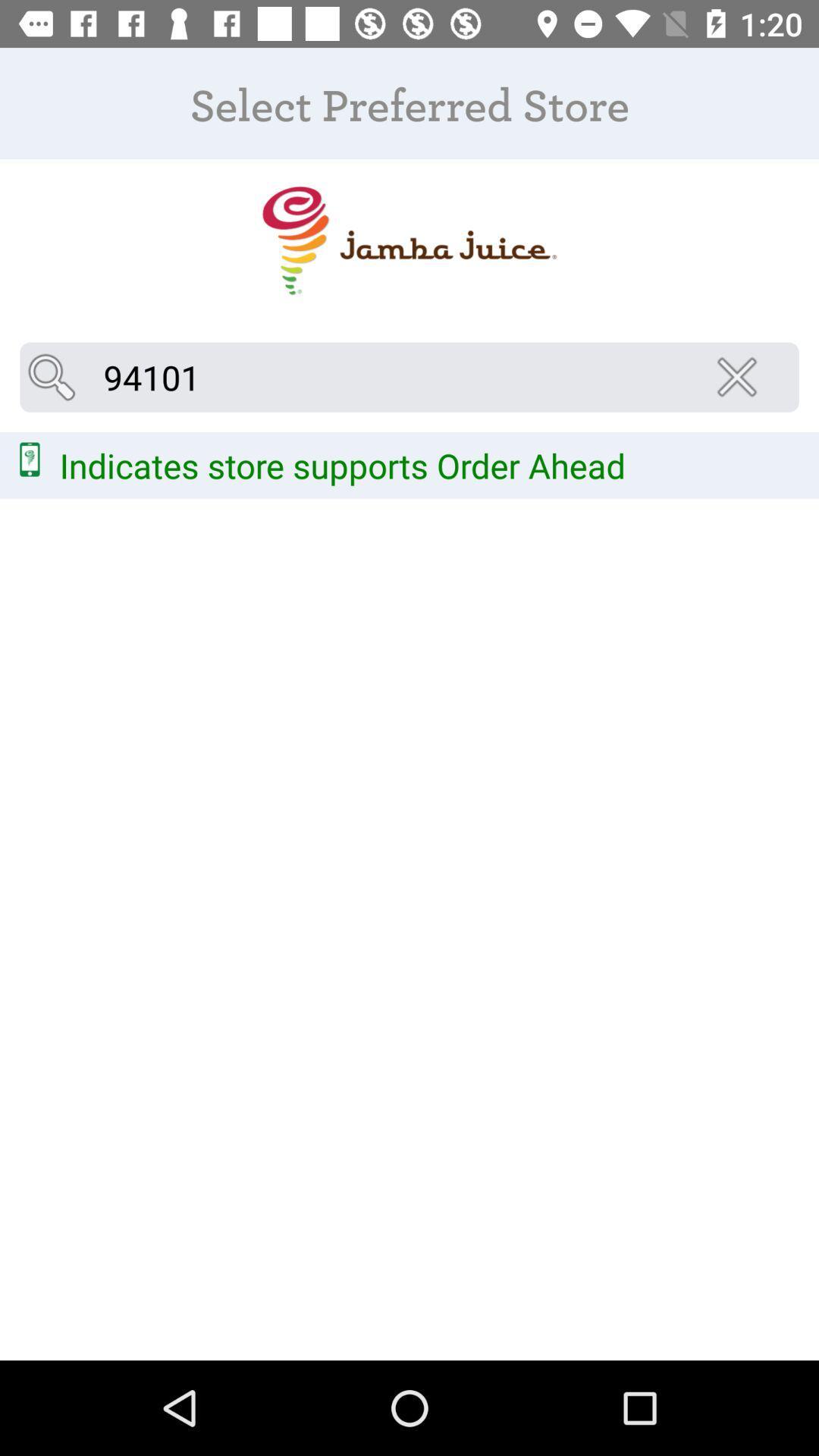 The height and width of the screenshot is (1456, 819). What do you see at coordinates (408, 240) in the screenshot?
I see `the item below the select preferred store icon` at bounding box center [408, 240].